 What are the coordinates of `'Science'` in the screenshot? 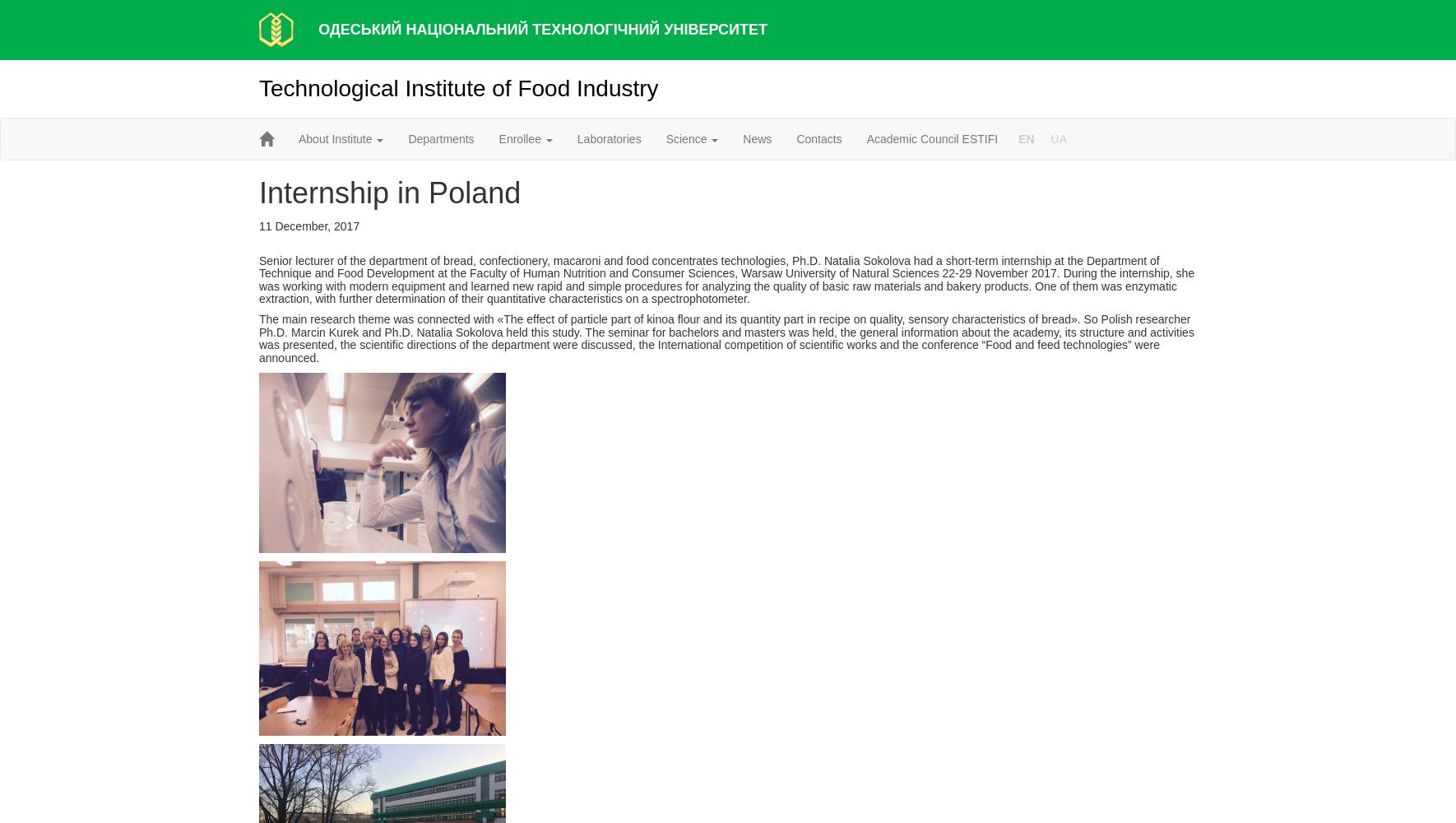 It's located at (687, 139).